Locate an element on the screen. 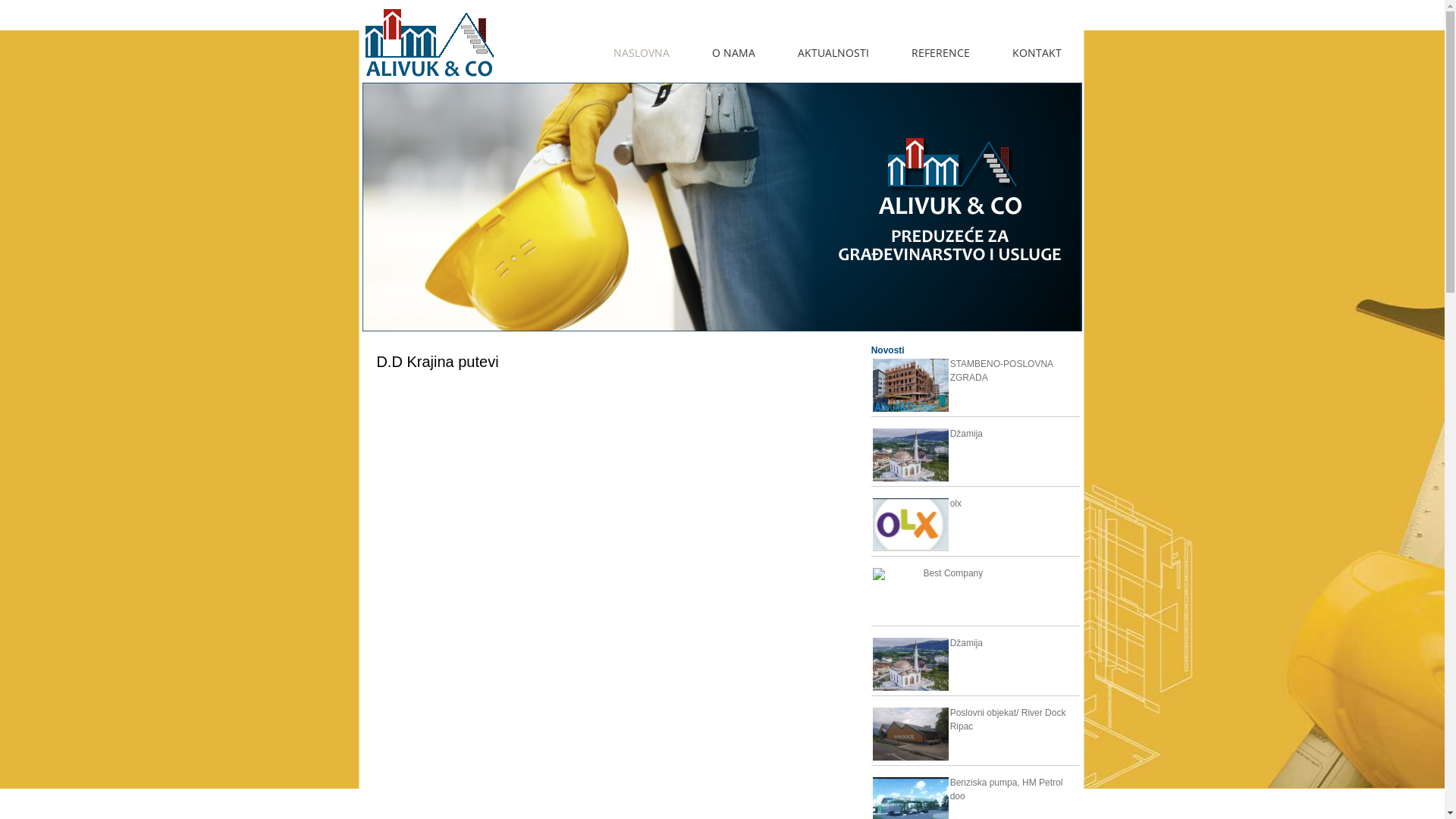  'Benziska pumpa, HM Petrol doo' is located at coordinates (910, 783).